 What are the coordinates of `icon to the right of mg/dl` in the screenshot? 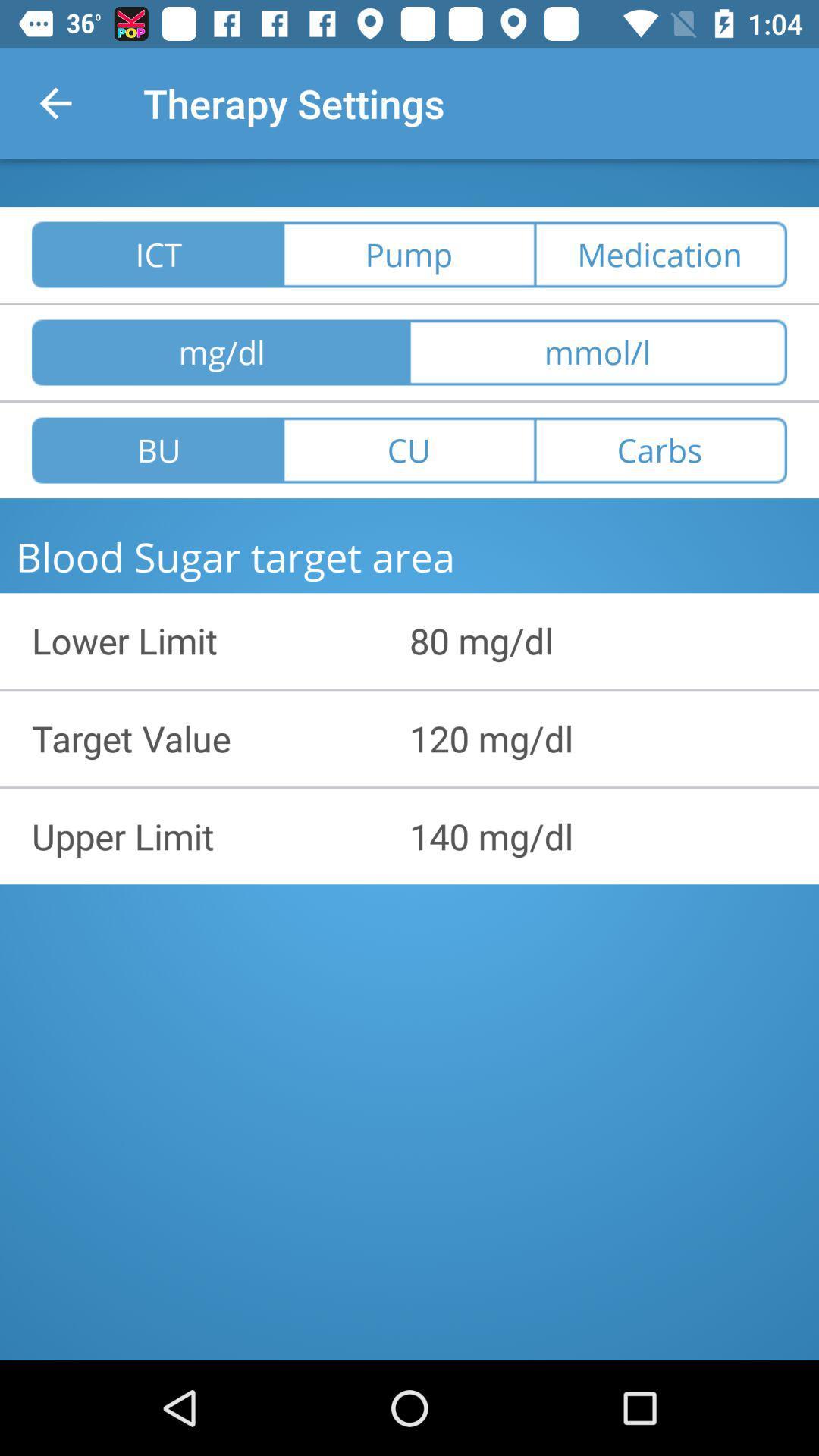 It's located at (598, 352).